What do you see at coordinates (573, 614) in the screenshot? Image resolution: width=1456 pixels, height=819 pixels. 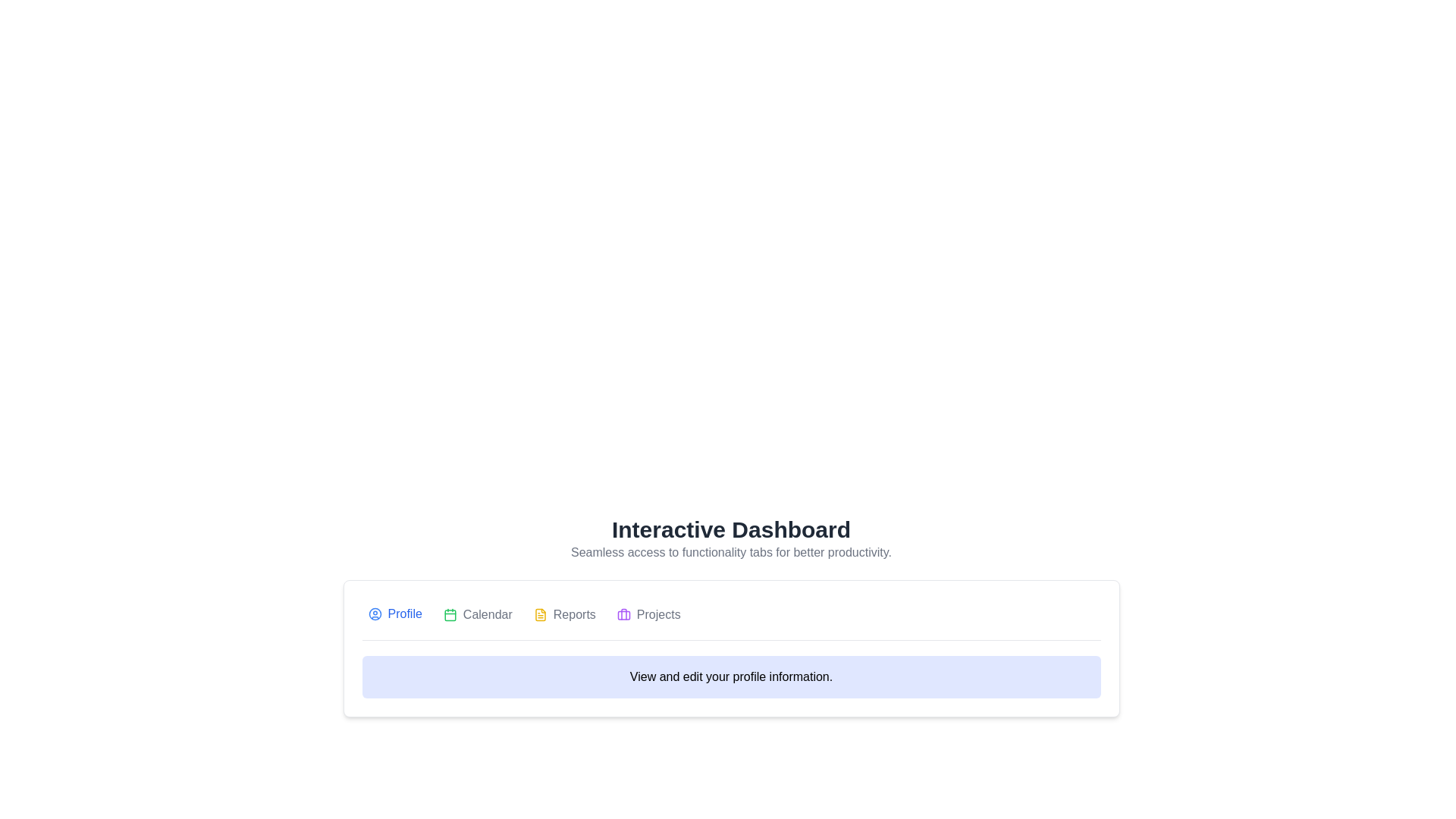 I see `the 'Reports' tab label in the navigation menu, which is the fourth item from the left, positioned between the 'Calendar' and 'Projects' tabs` at bounding box center [573, 614].